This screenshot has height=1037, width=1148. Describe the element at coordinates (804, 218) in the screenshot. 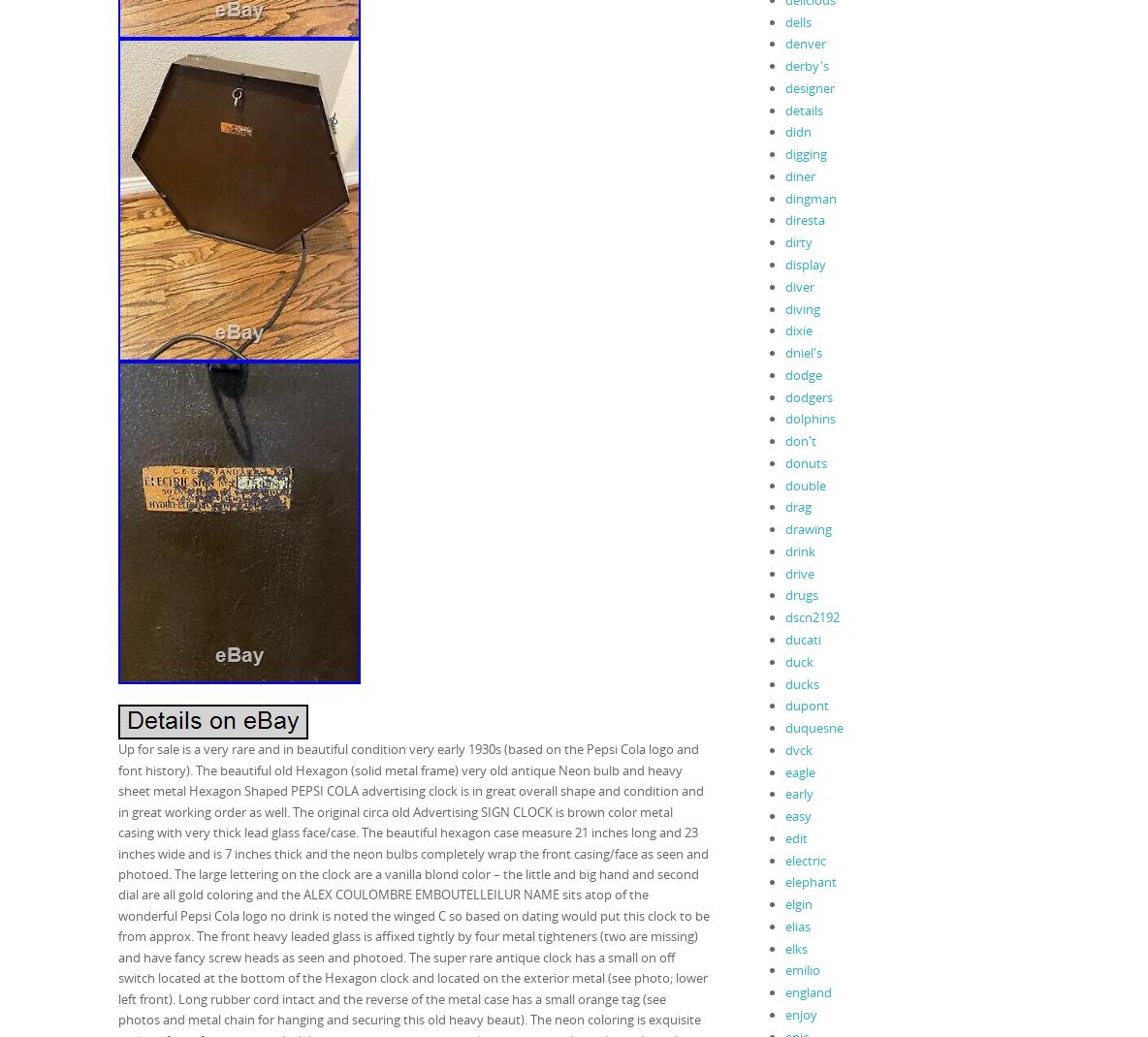

I see `'diresta'` at that location.